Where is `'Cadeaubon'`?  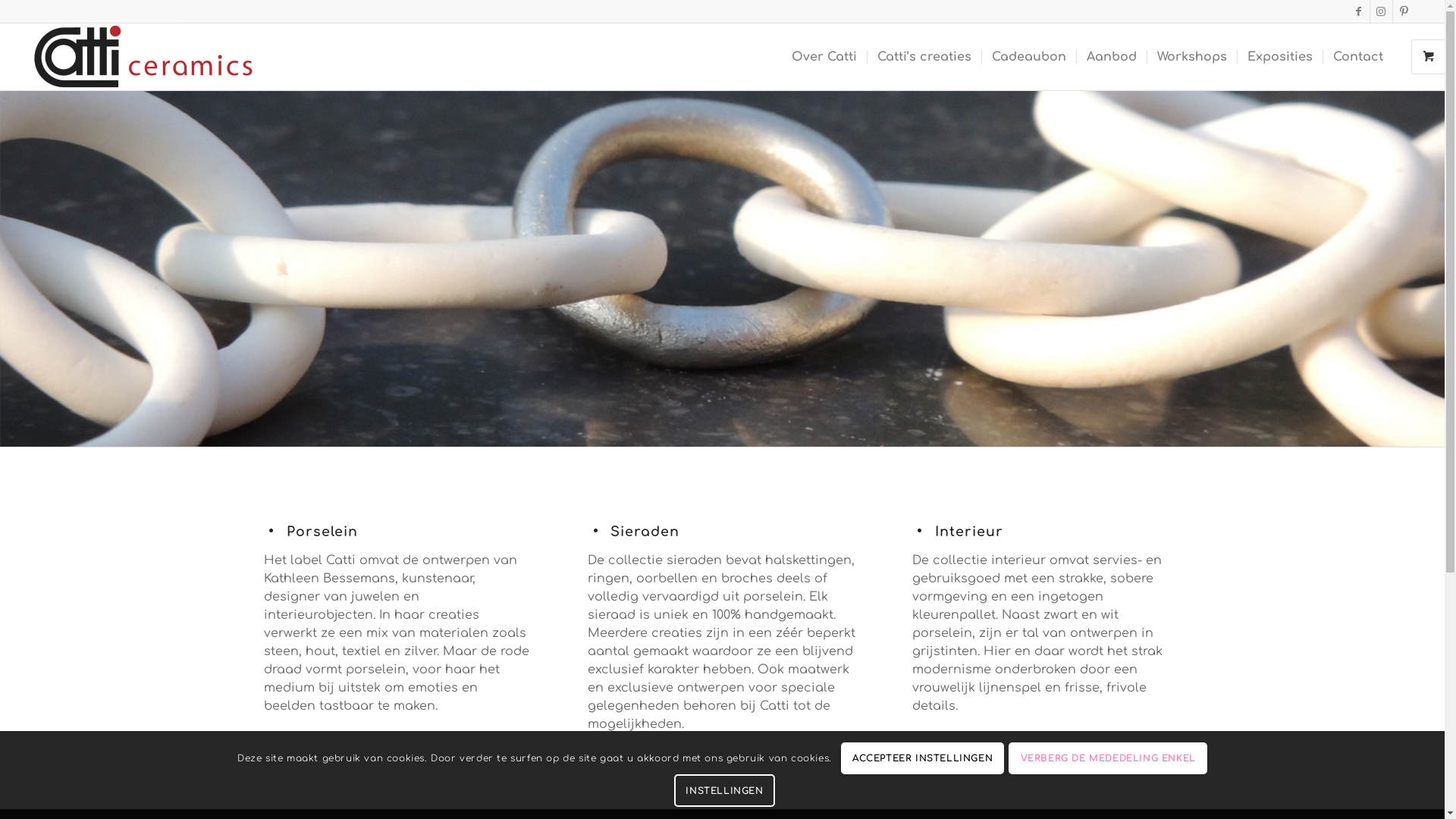 'Cadeaubon' is located at coordinates (1028, 55).